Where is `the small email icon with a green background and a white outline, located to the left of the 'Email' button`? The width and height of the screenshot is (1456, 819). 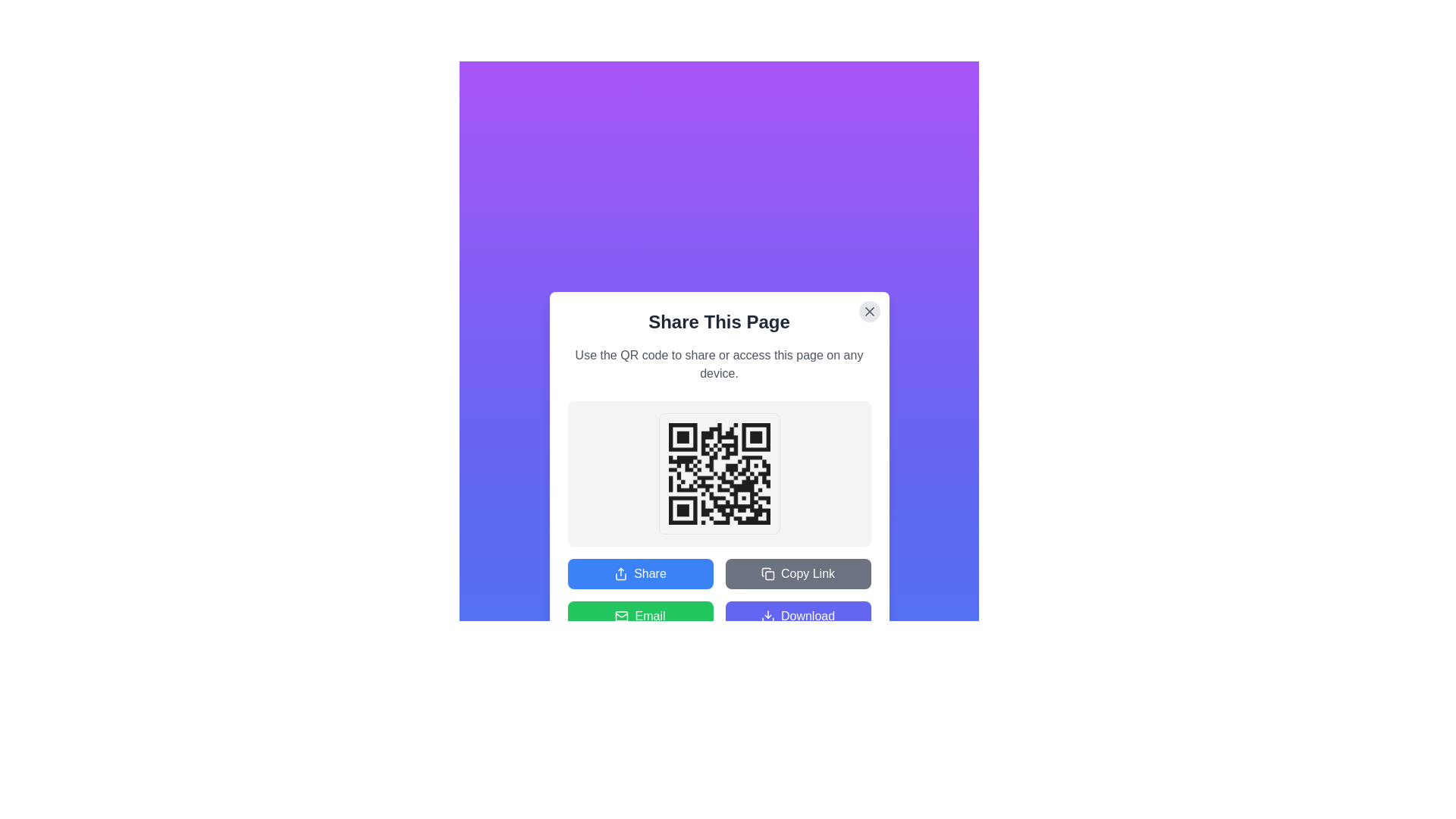 the small email icon with a green background and a white outline, located to the left of the 'Email' button is located at coordinates (622, 617).